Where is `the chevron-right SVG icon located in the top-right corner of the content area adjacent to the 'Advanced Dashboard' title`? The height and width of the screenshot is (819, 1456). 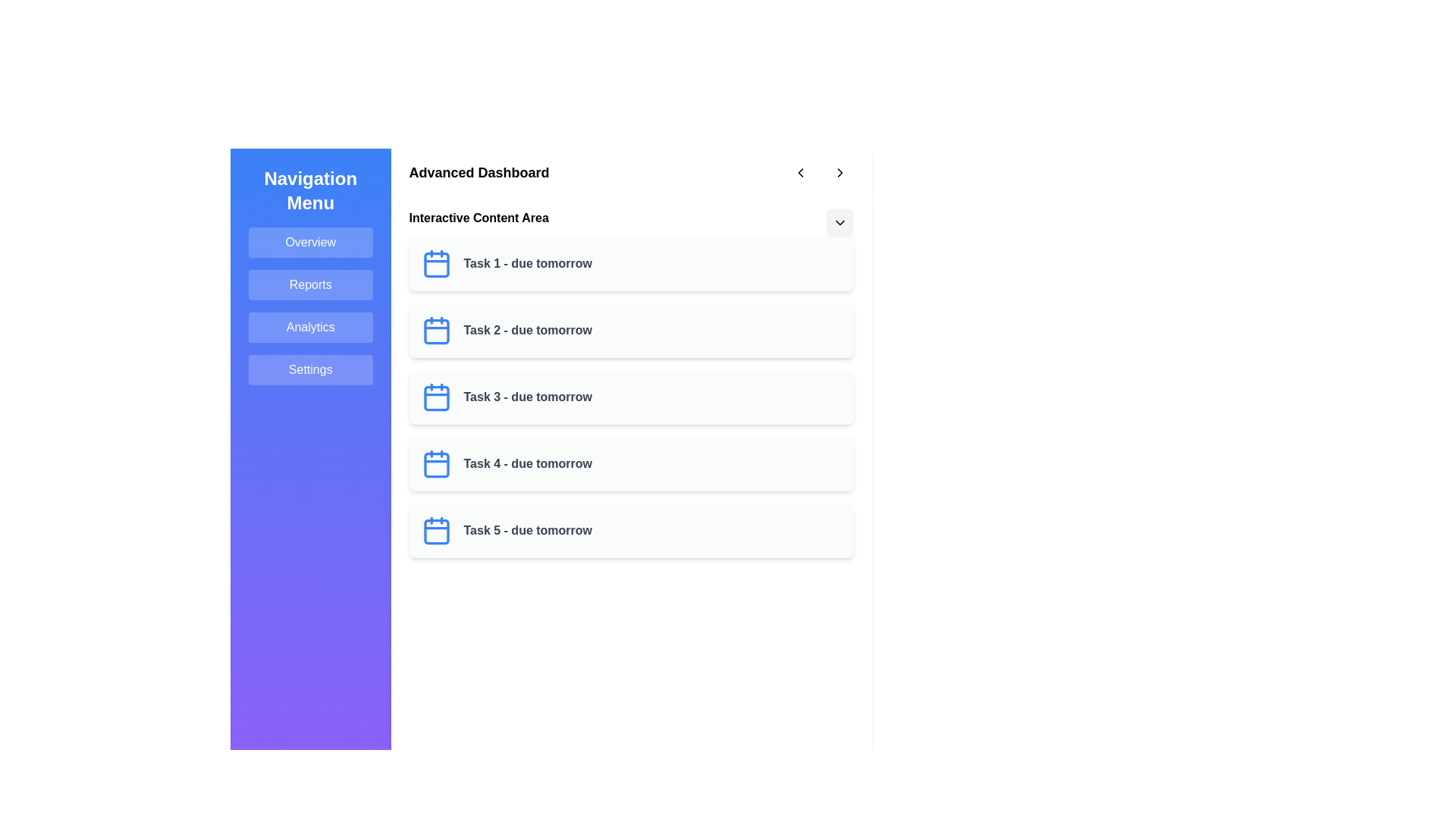 the chevron-right SVG icon located in the top-right corner of the content area adjacent to the 'Advanced Dashboard' title is located at coordinates (839, 171).